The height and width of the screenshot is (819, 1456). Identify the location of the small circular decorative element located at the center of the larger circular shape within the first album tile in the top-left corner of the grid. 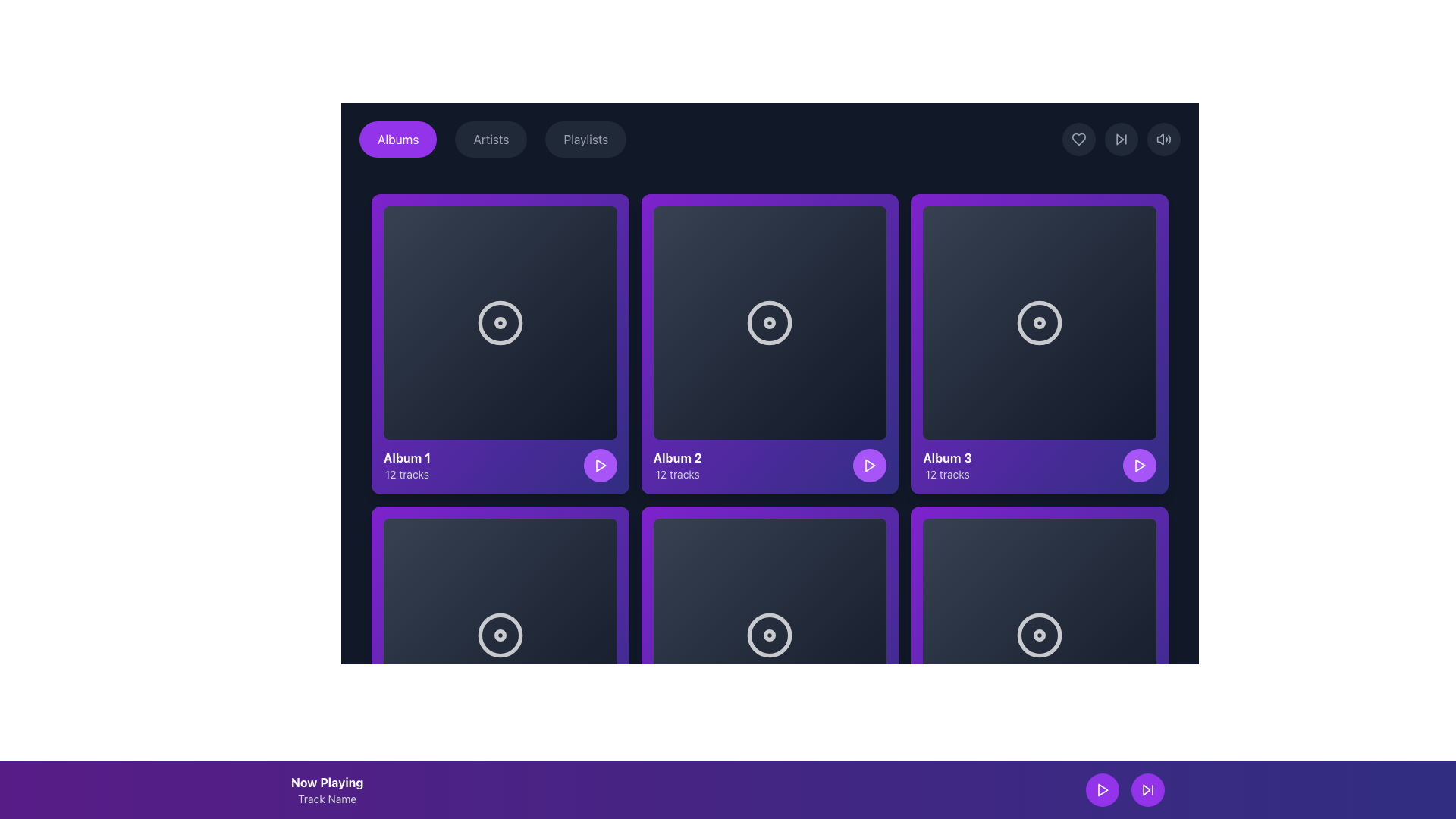
(500, 322).